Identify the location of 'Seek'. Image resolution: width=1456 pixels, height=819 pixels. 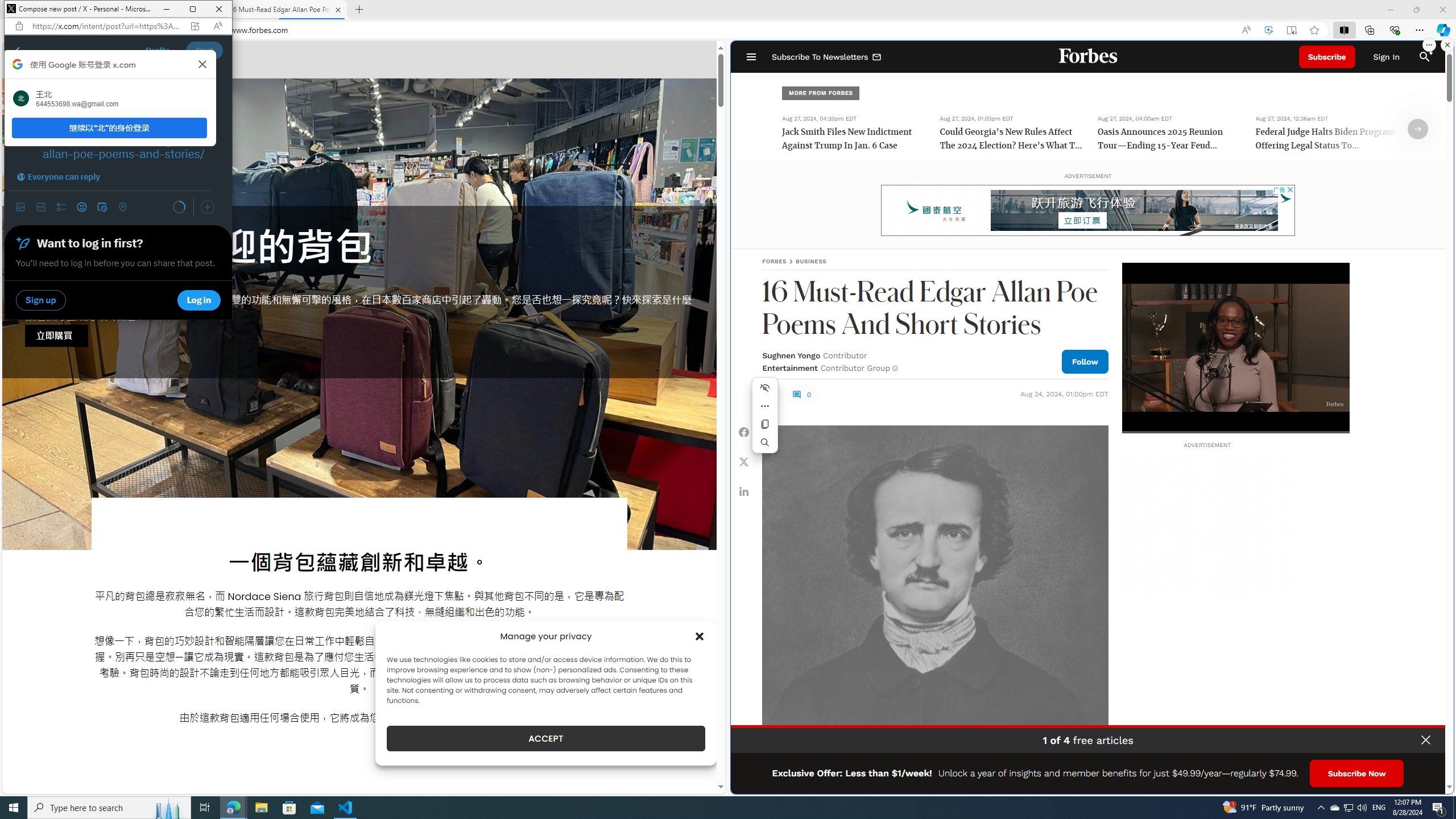
(1235, 431).